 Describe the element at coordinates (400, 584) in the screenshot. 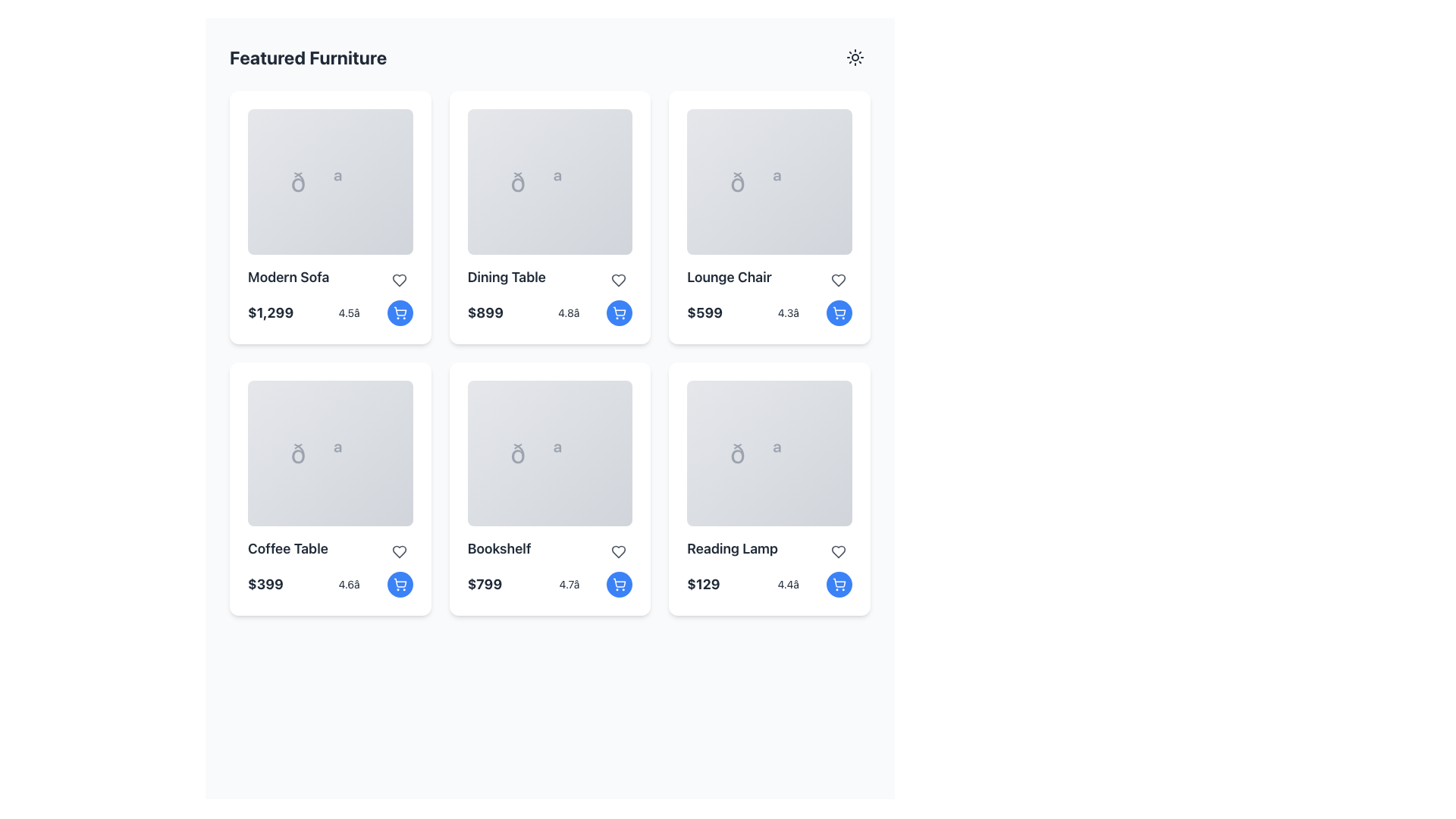

I see `the circular blue button with a white shopping cart icon at the bottom-right corner of the 'Coffee Table' product card` at that location.